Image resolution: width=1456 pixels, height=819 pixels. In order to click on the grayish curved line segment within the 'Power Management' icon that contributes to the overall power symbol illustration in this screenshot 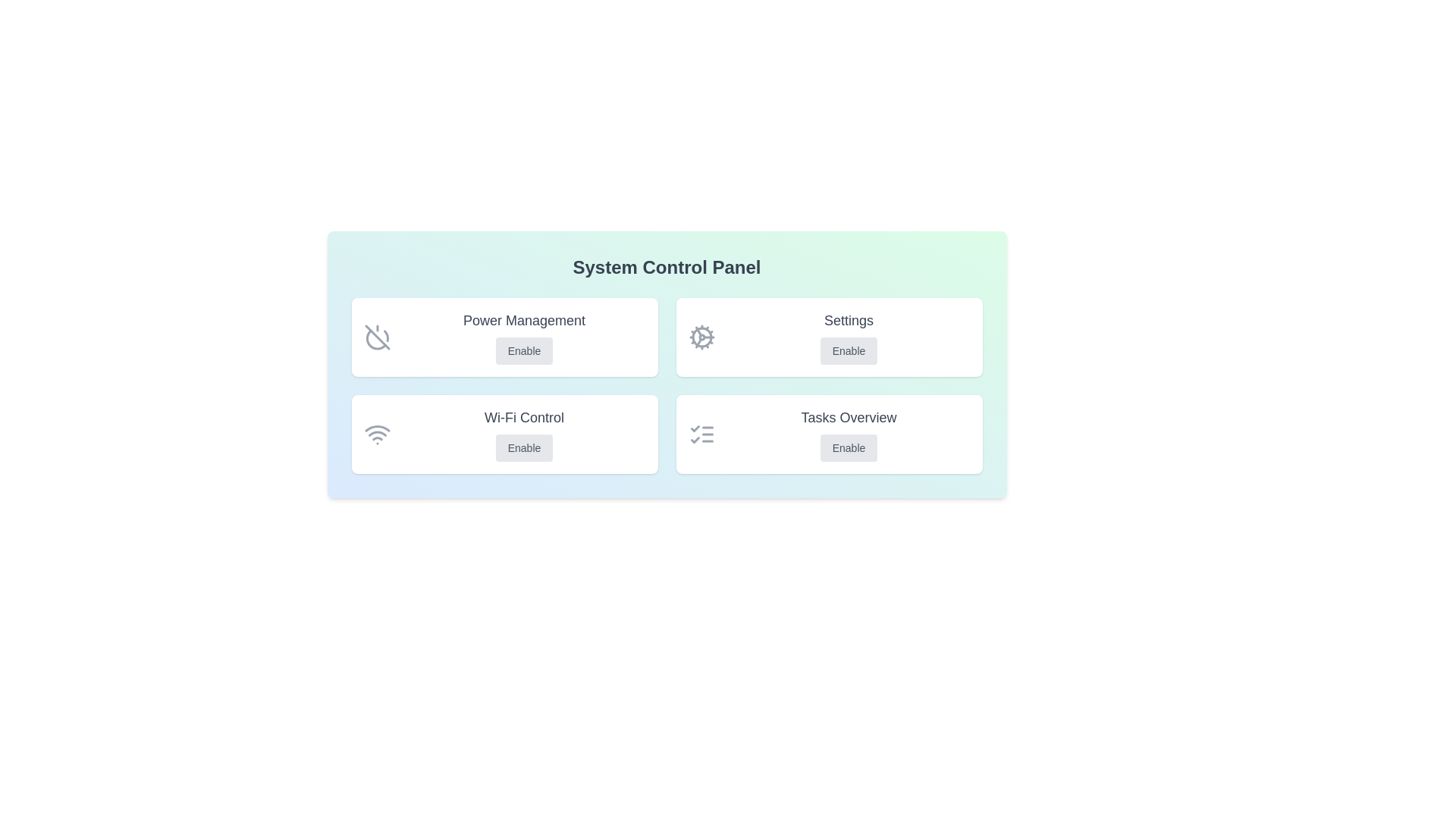, I will do `click(385, 335)`.